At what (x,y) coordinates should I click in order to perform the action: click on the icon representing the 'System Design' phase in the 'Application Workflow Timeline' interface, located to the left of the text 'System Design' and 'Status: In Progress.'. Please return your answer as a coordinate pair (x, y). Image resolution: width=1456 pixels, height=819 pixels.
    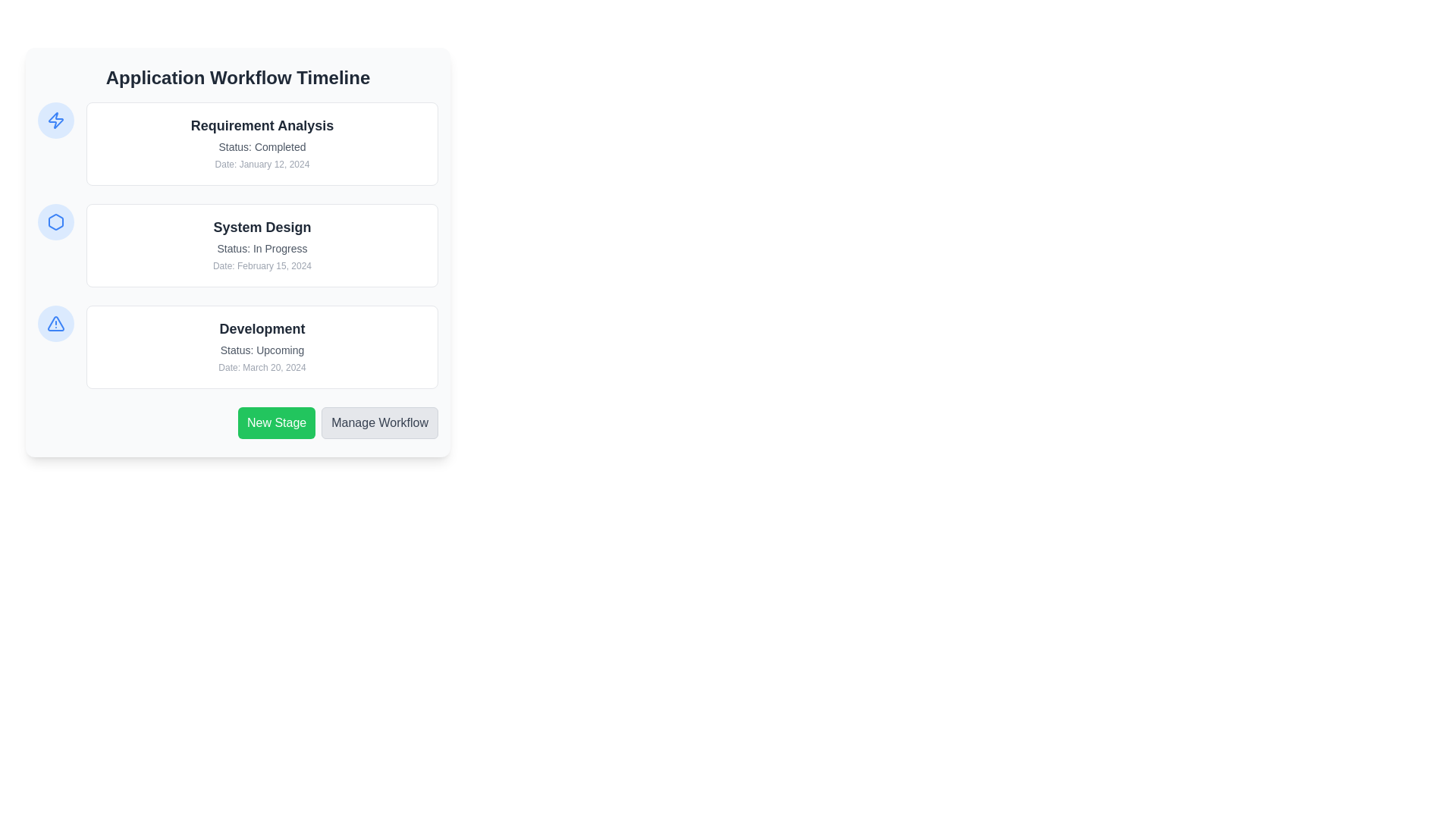
    Looking at the image, I should click on (55, 222).